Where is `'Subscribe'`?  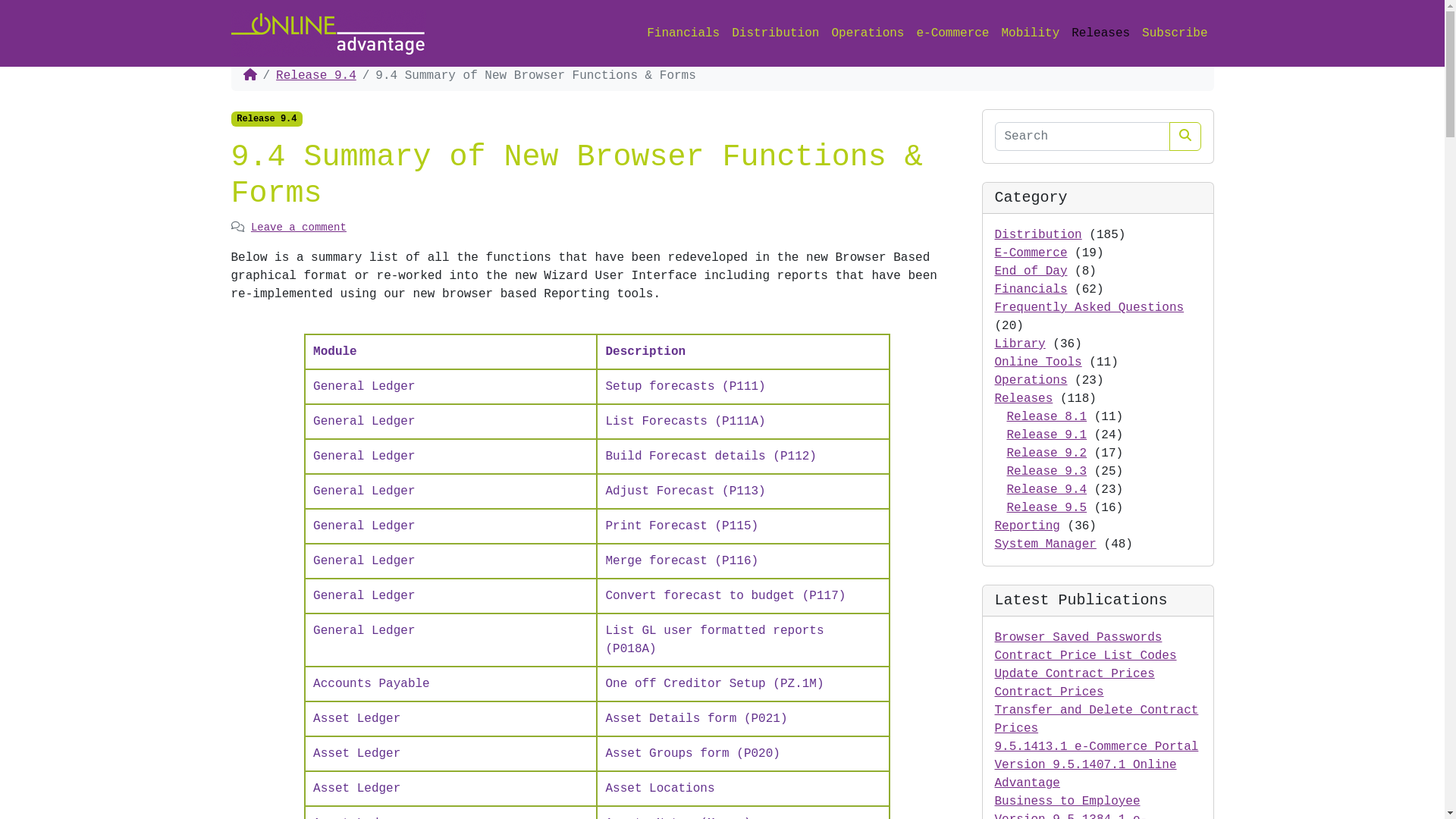 'Subscribe' is located at coordinates (1174, 33).